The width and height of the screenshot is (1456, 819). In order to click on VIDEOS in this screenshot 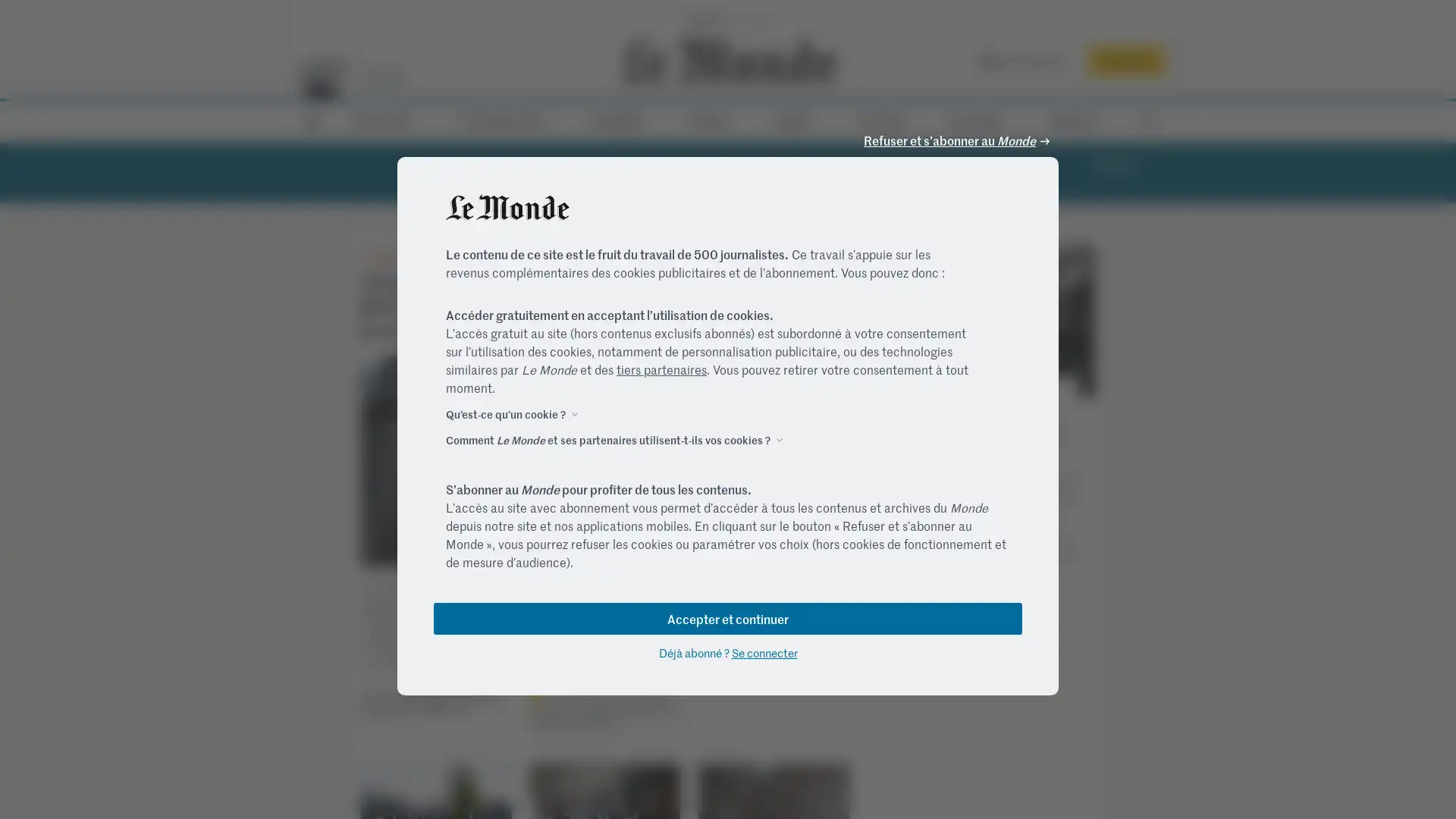, I will do `click(714, 120)`.